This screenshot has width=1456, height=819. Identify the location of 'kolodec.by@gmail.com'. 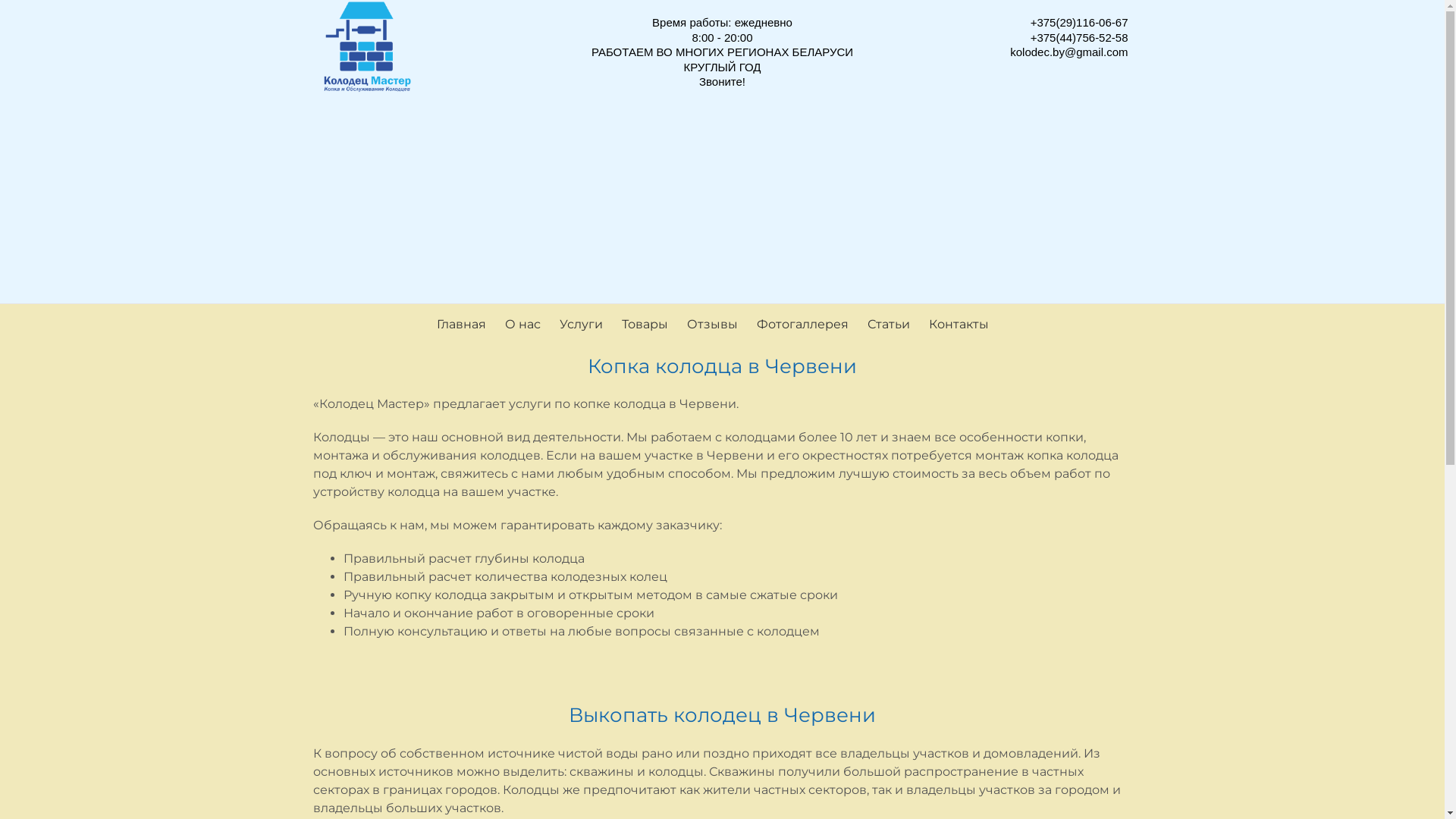
(1068, 51).